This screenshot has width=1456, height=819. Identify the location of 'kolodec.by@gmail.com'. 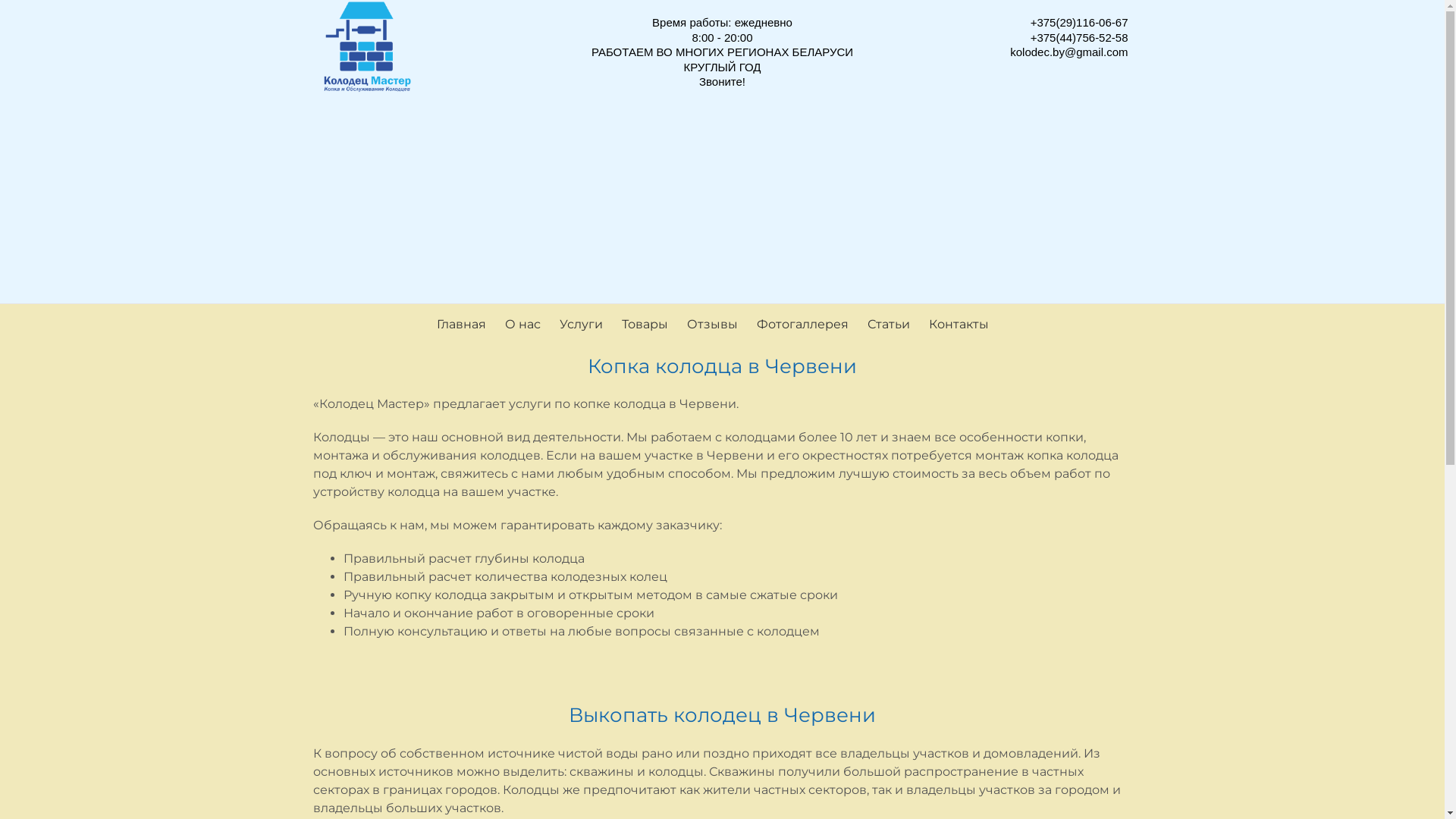
(1068, 51).